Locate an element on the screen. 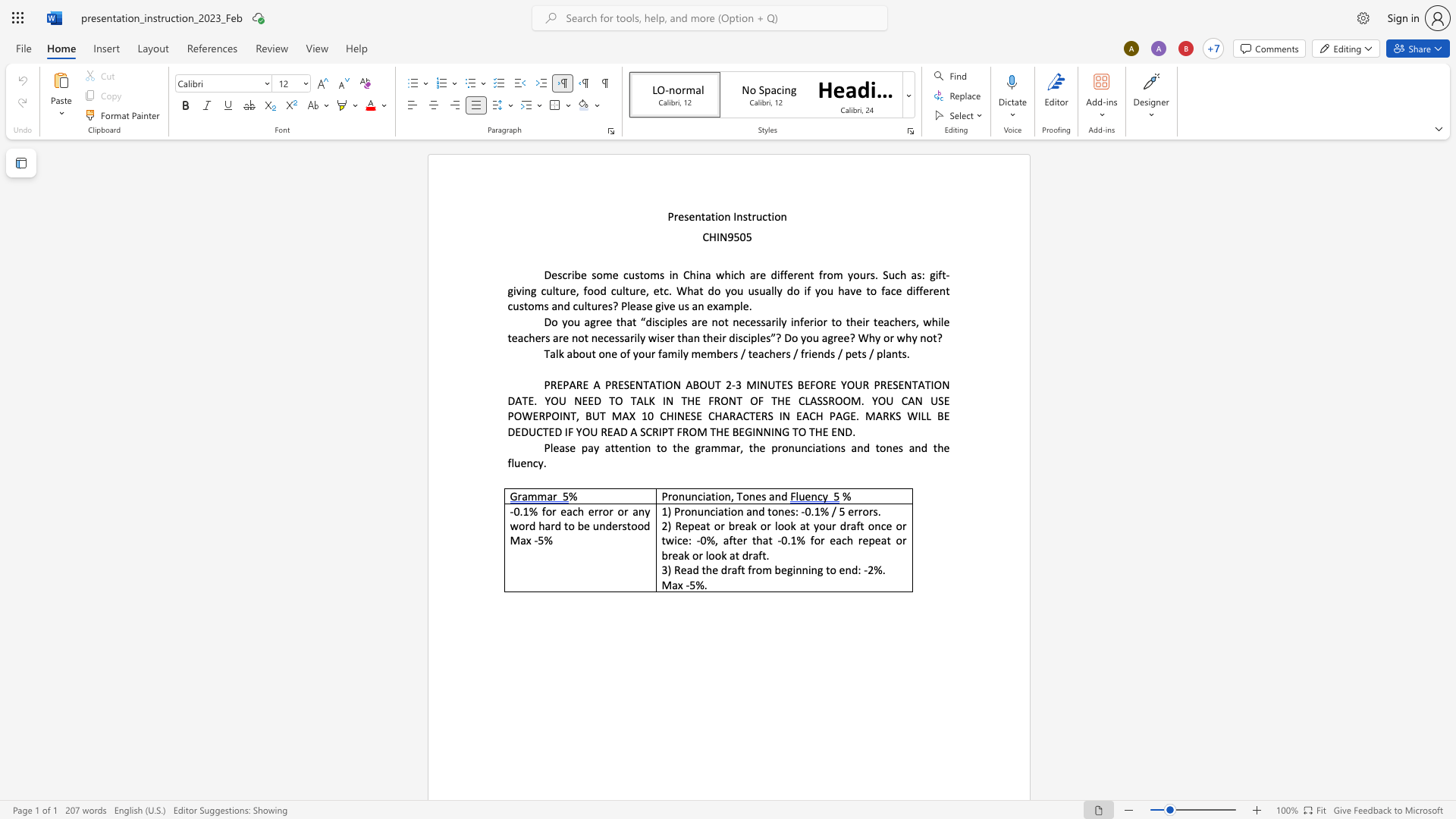 This screenshot has height=819, width=1456. the space between the continuous character "s" and "." in the text is located at coordinates (877, 511).